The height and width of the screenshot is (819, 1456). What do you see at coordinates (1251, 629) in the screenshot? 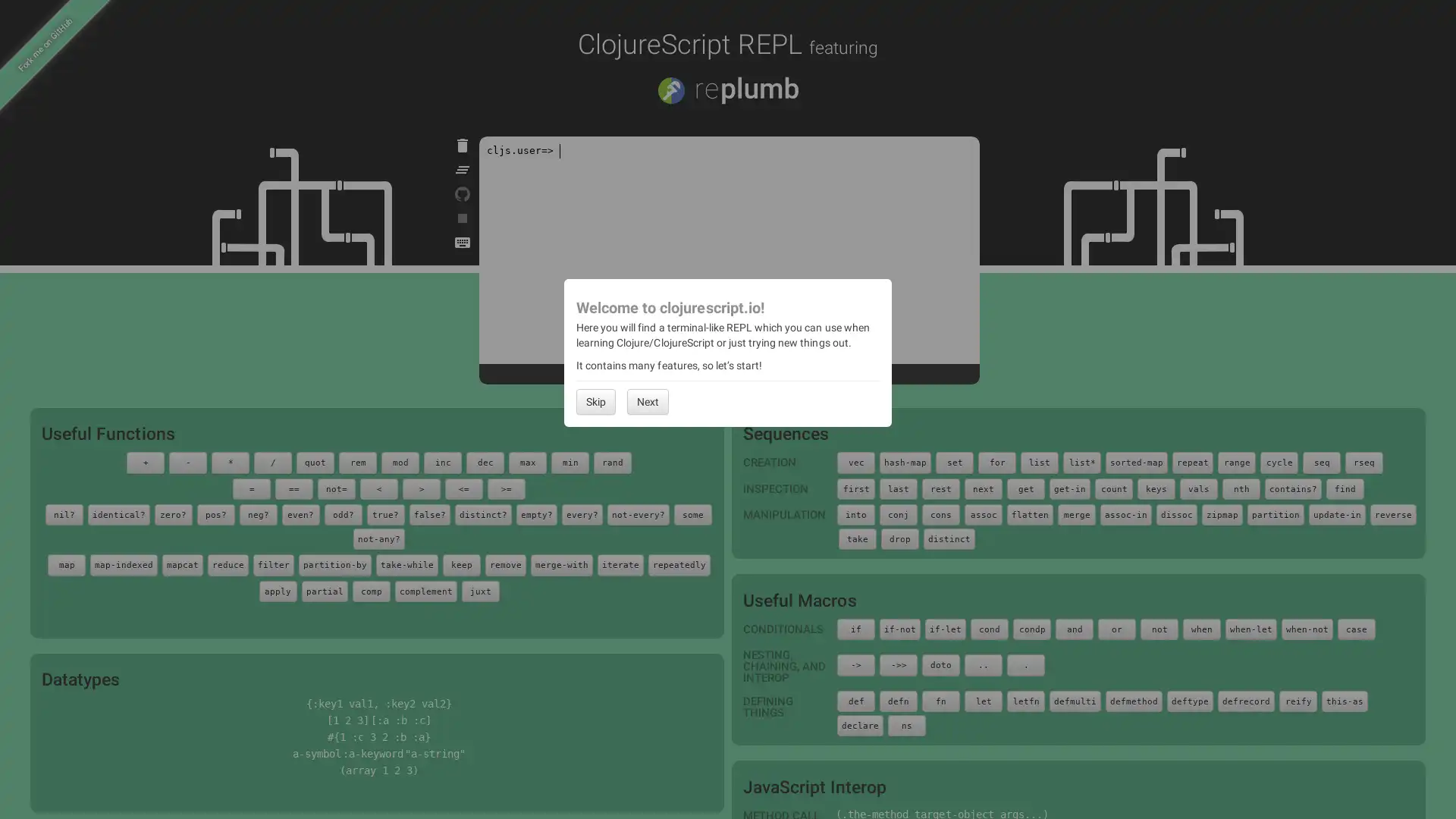
I see `when-let` at bounding box center [1251, 629].